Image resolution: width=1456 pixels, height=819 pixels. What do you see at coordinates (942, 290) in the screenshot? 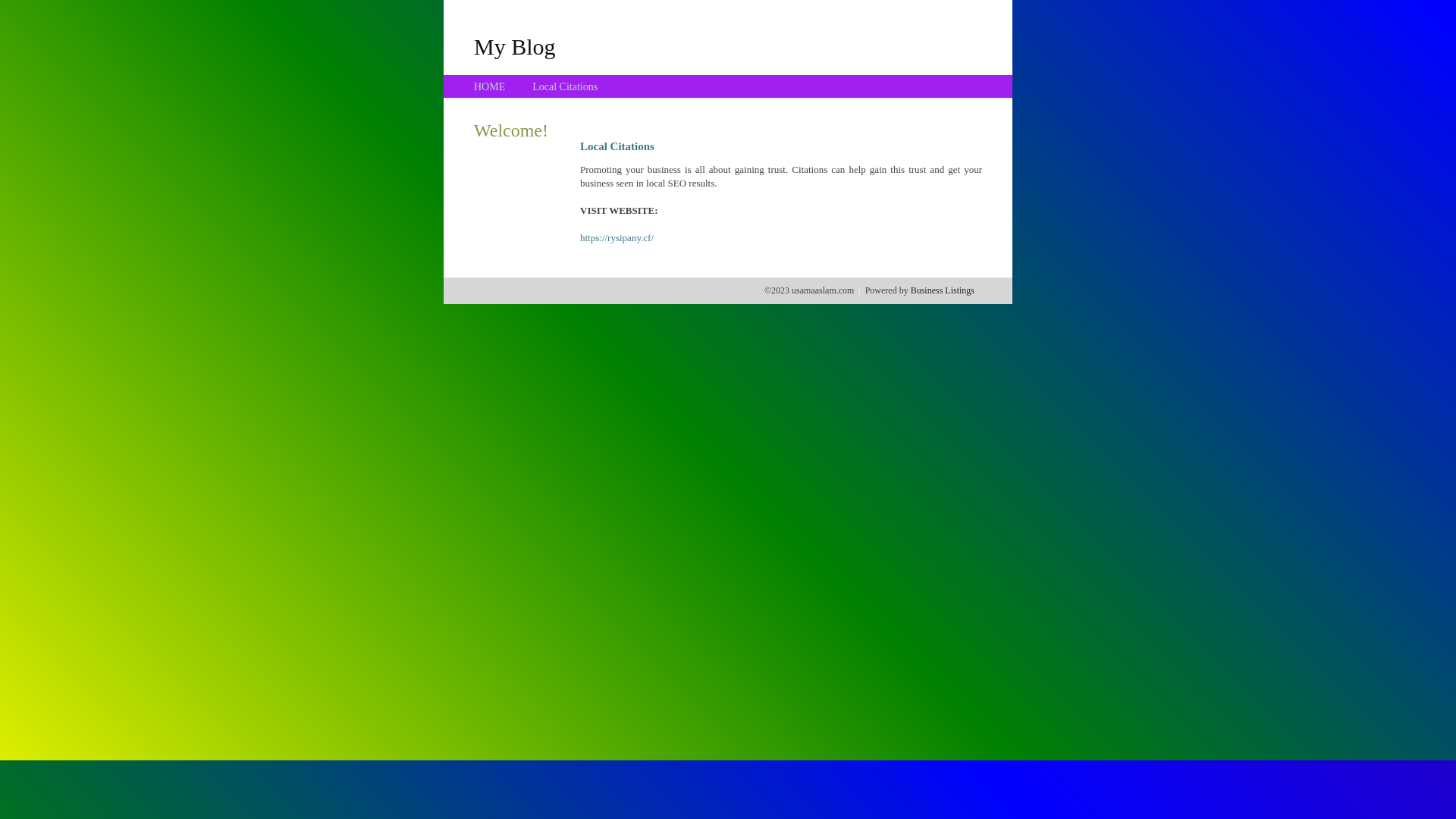
I see `'Business Listings'` at bounding box center [942, 290].